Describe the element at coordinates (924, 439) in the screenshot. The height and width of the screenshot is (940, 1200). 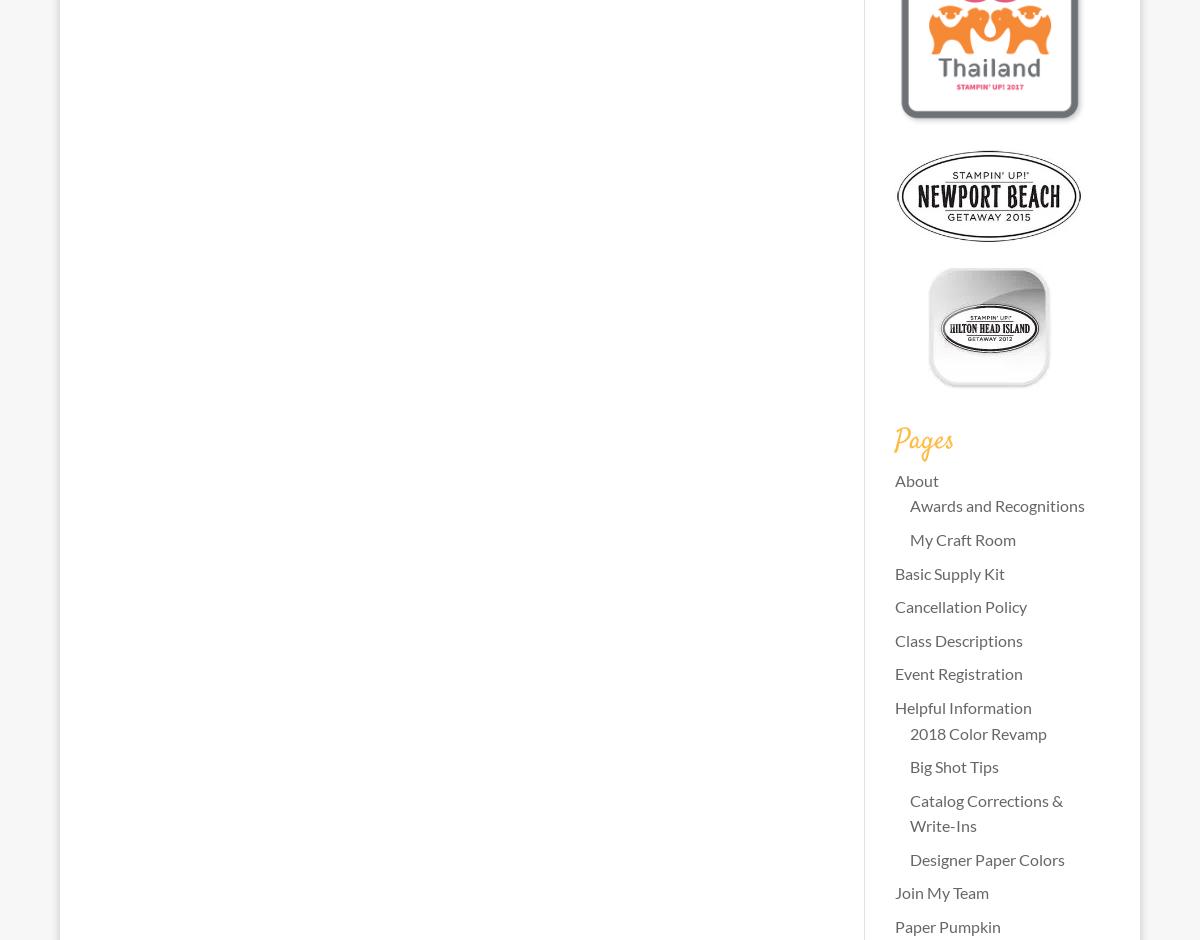
I see `'Pages'` at that location.